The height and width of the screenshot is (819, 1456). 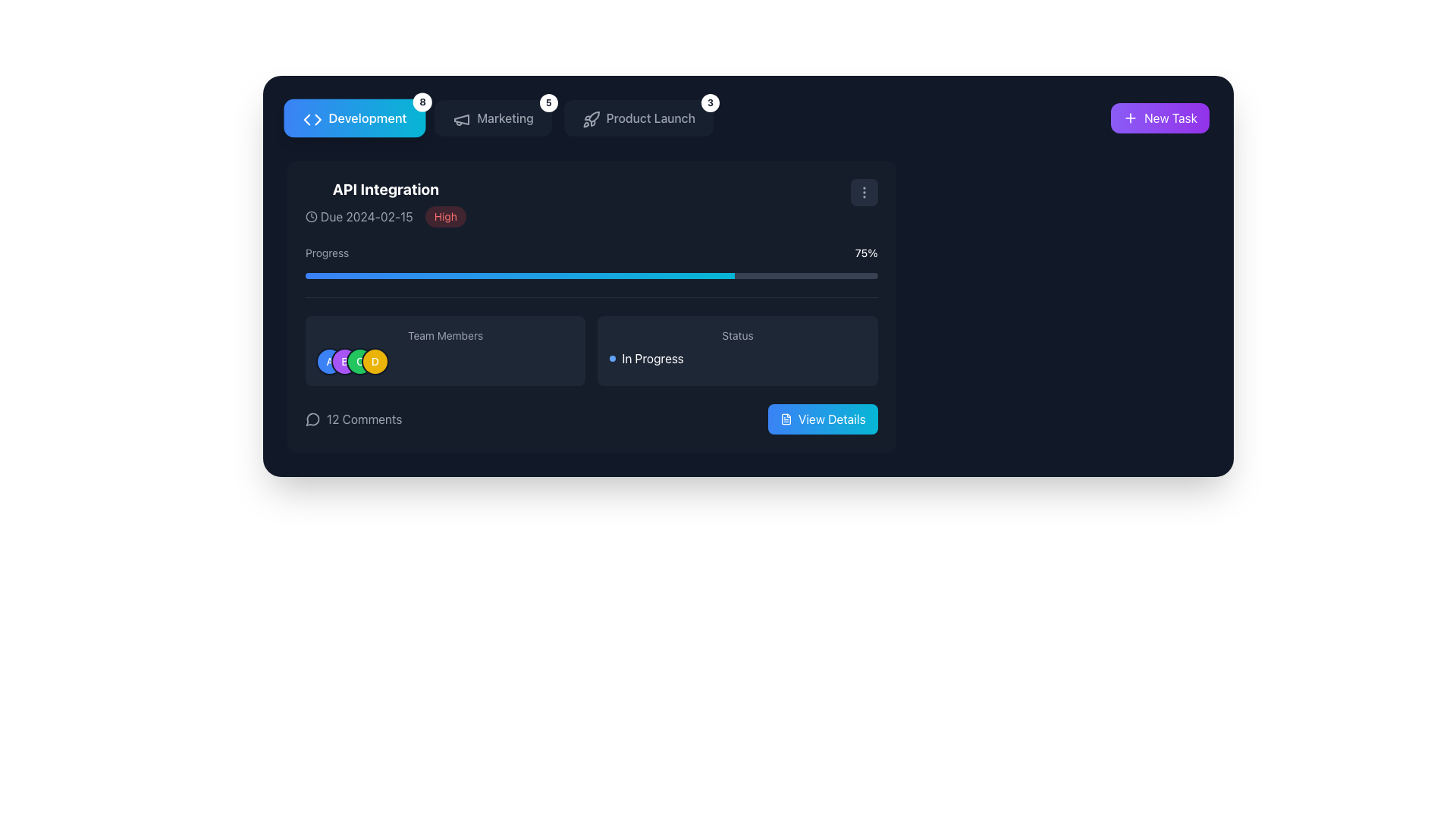 What do you see at coordinates (590, 119) in the screenshot?
I see `the rocket-shaped icon, which is a minimalistic light gray icon located in the navigation bar near the top center of the interface, positioned between the envelope-shaped icon labeled 'Marketing' and the text '3'` at bounding box center [590, 119].